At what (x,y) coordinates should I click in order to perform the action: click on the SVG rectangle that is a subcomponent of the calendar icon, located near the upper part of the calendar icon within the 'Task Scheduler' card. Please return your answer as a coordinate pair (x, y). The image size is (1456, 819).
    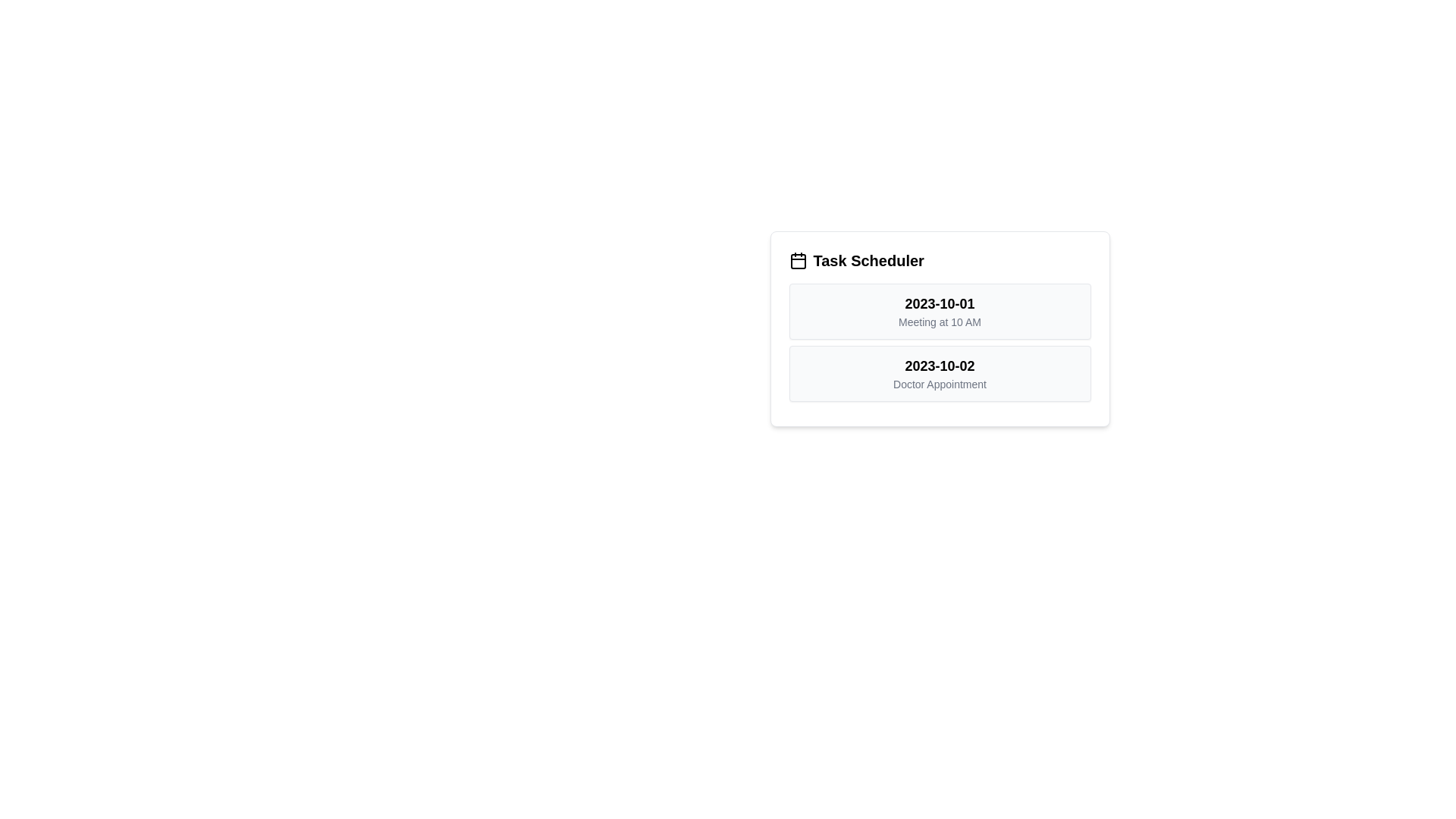
    Looking at the image, I should click on (797, 260).